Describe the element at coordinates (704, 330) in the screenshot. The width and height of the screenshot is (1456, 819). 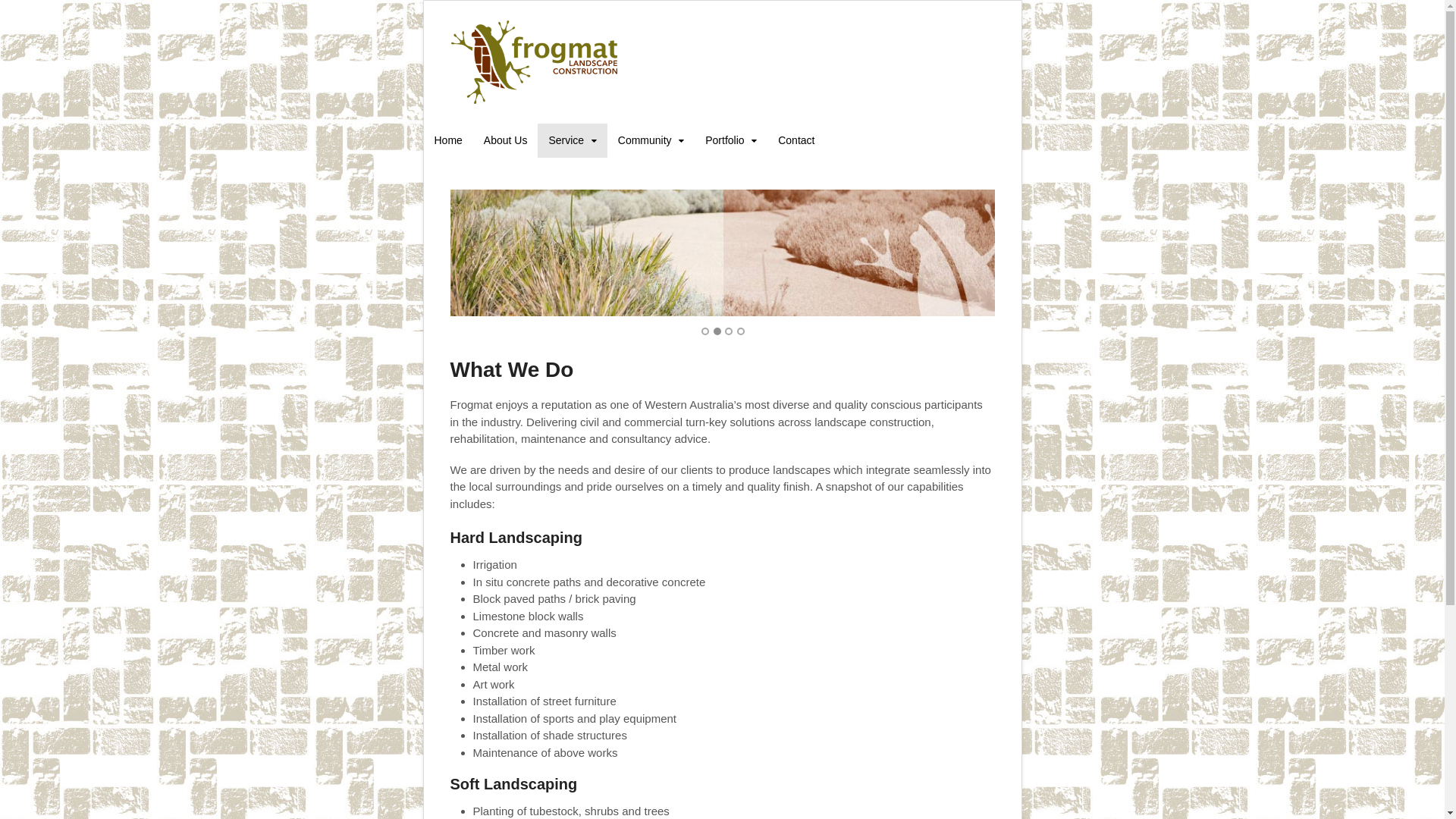
I see `'1'` at that location.